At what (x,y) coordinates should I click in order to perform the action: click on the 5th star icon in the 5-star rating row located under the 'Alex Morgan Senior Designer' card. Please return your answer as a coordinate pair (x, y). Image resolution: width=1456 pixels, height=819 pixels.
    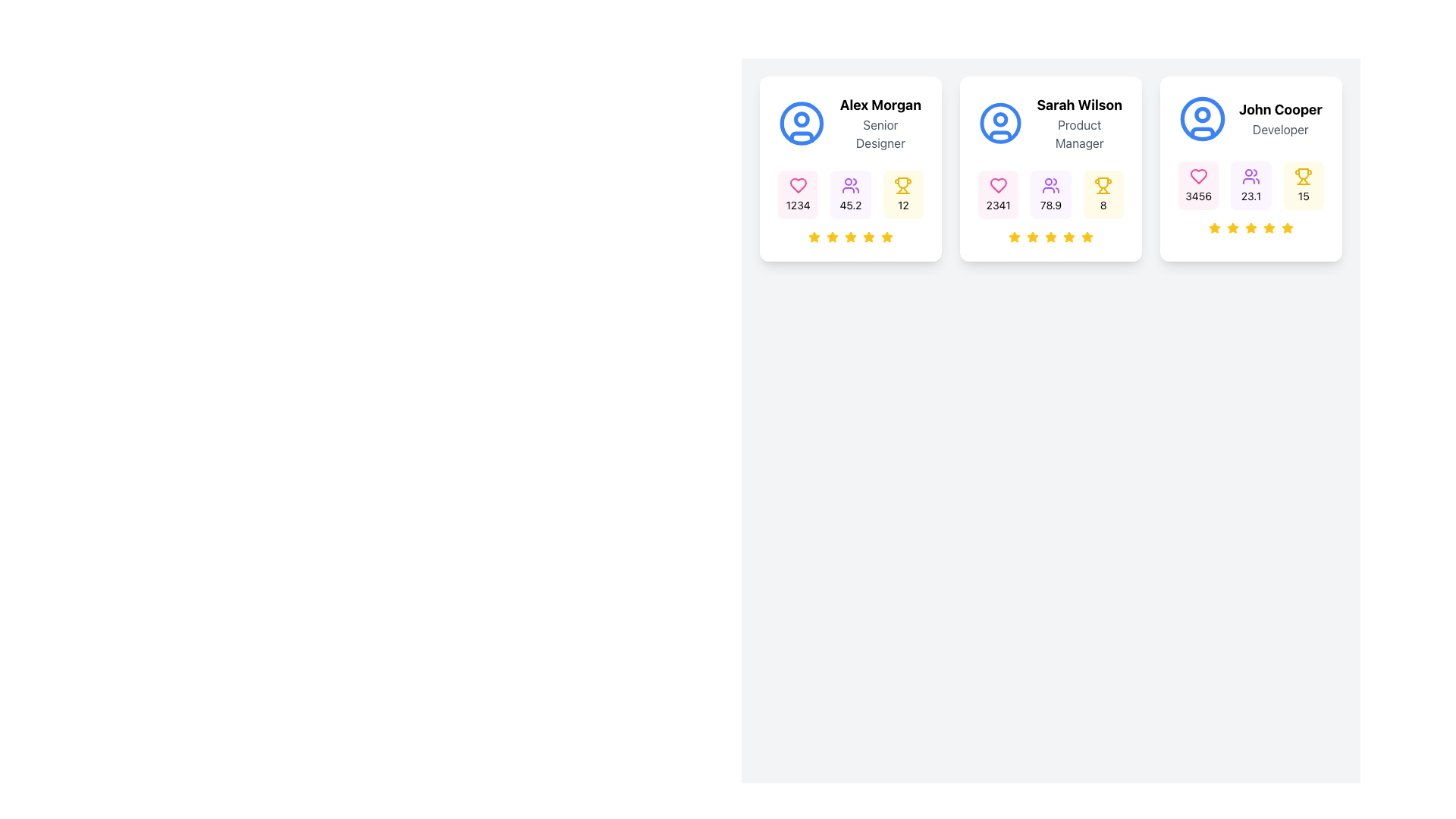
    Looking at the image, I should click on (887, 237).